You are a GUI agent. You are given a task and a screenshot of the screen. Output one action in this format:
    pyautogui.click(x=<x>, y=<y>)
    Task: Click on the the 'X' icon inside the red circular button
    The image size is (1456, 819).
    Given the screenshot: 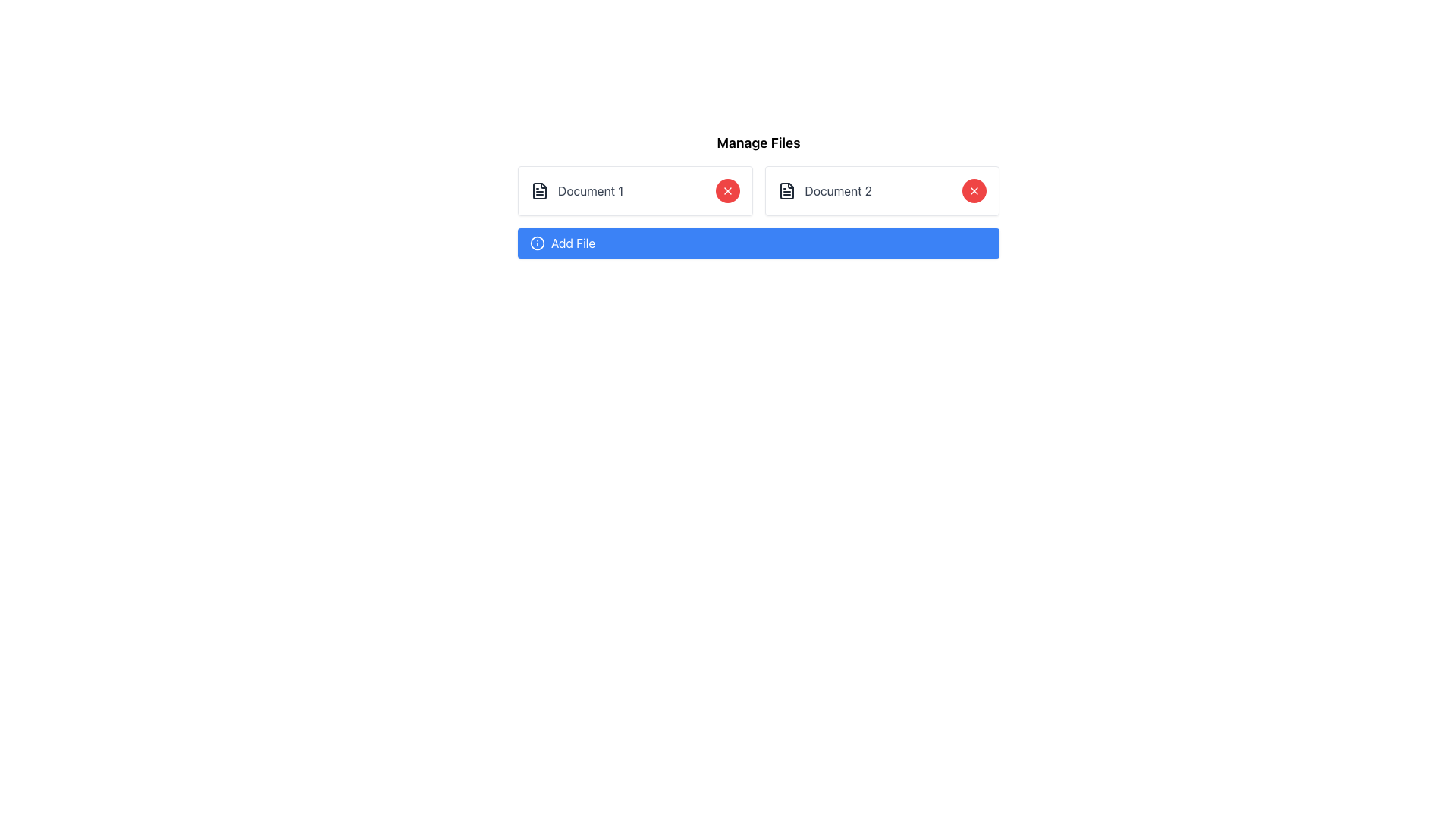 What is the action you would take?
    pyautogui.click(x=974, y=190)
    